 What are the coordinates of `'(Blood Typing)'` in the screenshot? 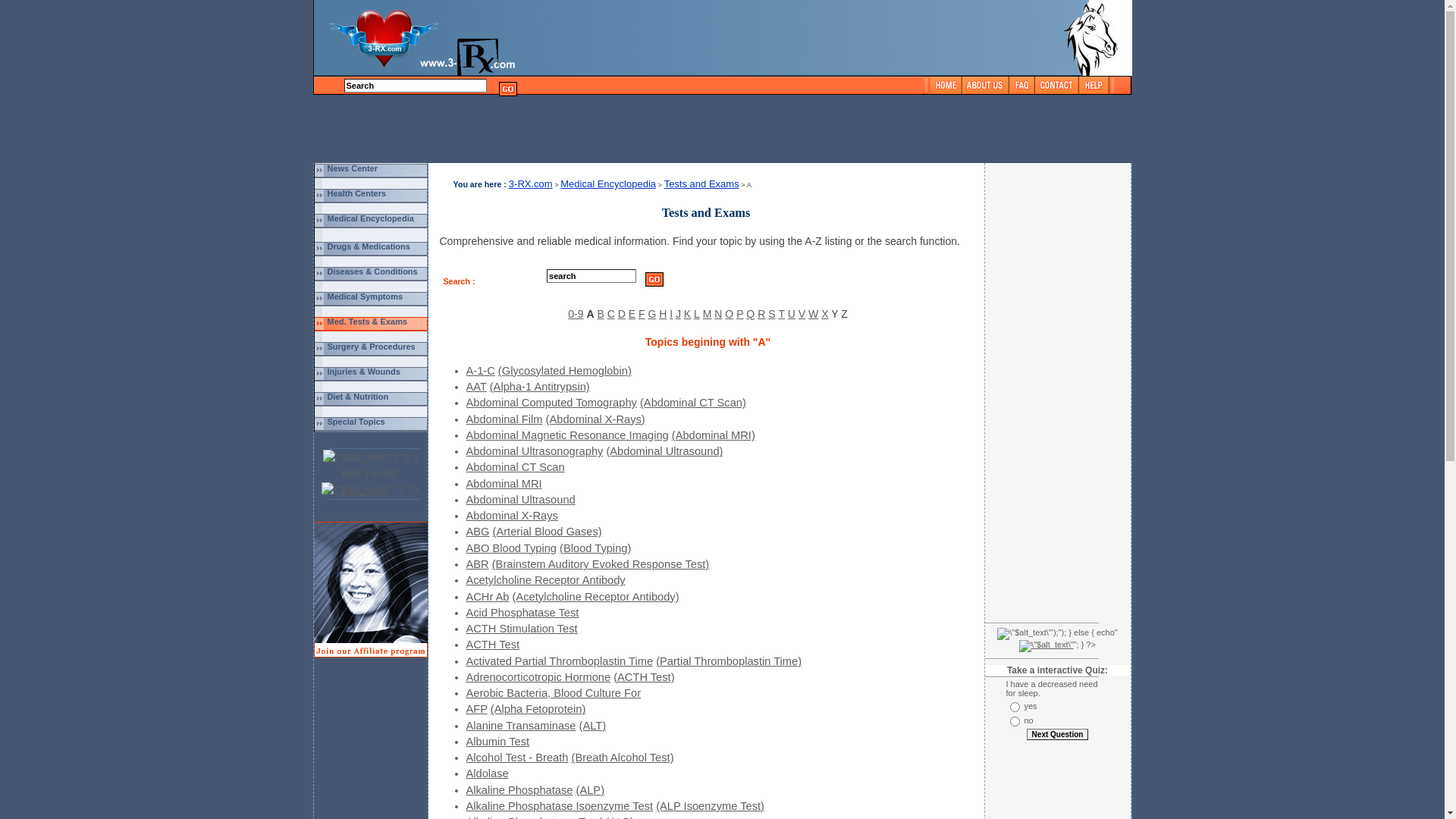 It's located at (595, 548).